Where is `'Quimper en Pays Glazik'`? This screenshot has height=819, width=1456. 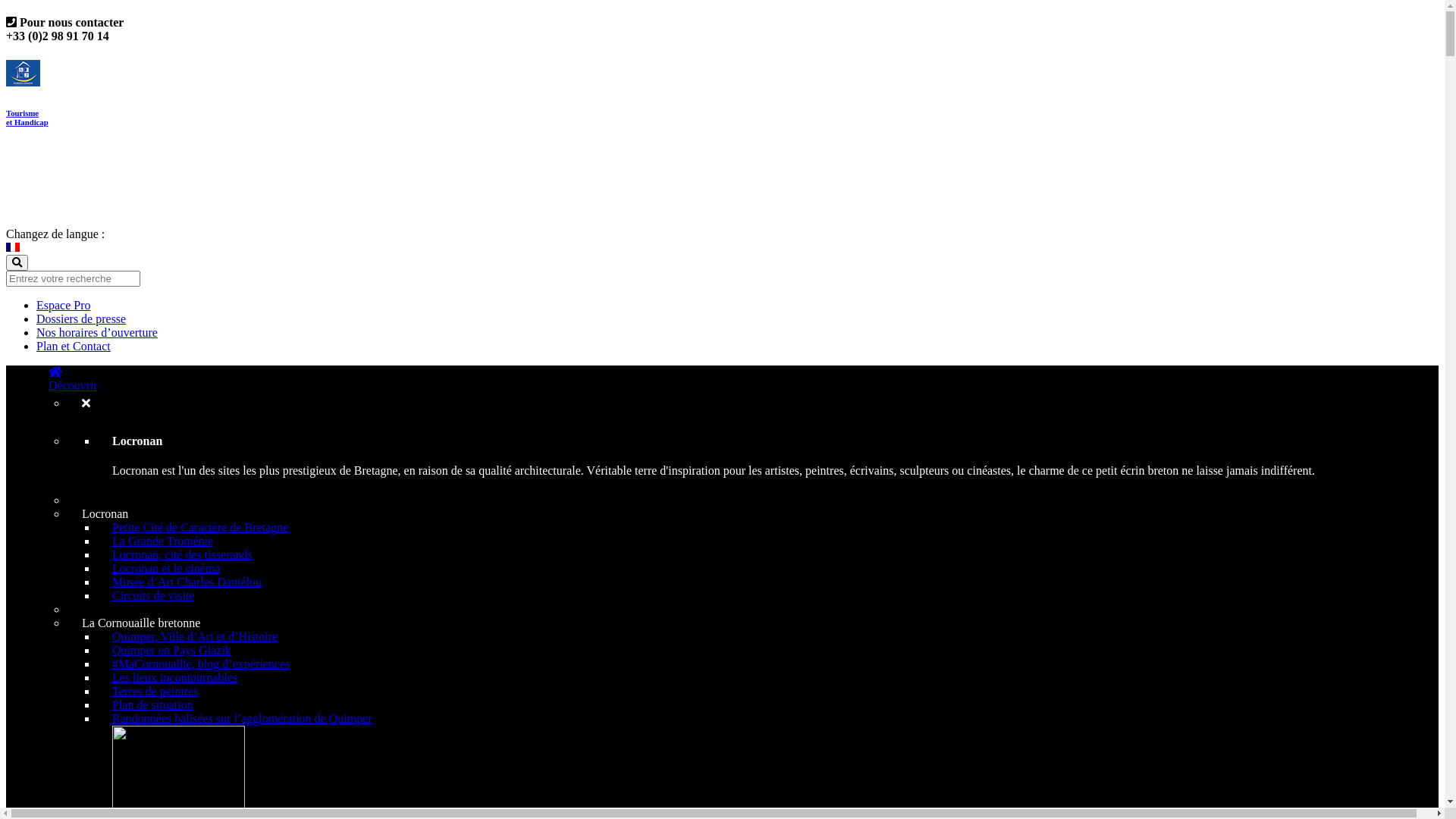
'Quimper en Pays Glazik' is located at coordinates (171, 649).